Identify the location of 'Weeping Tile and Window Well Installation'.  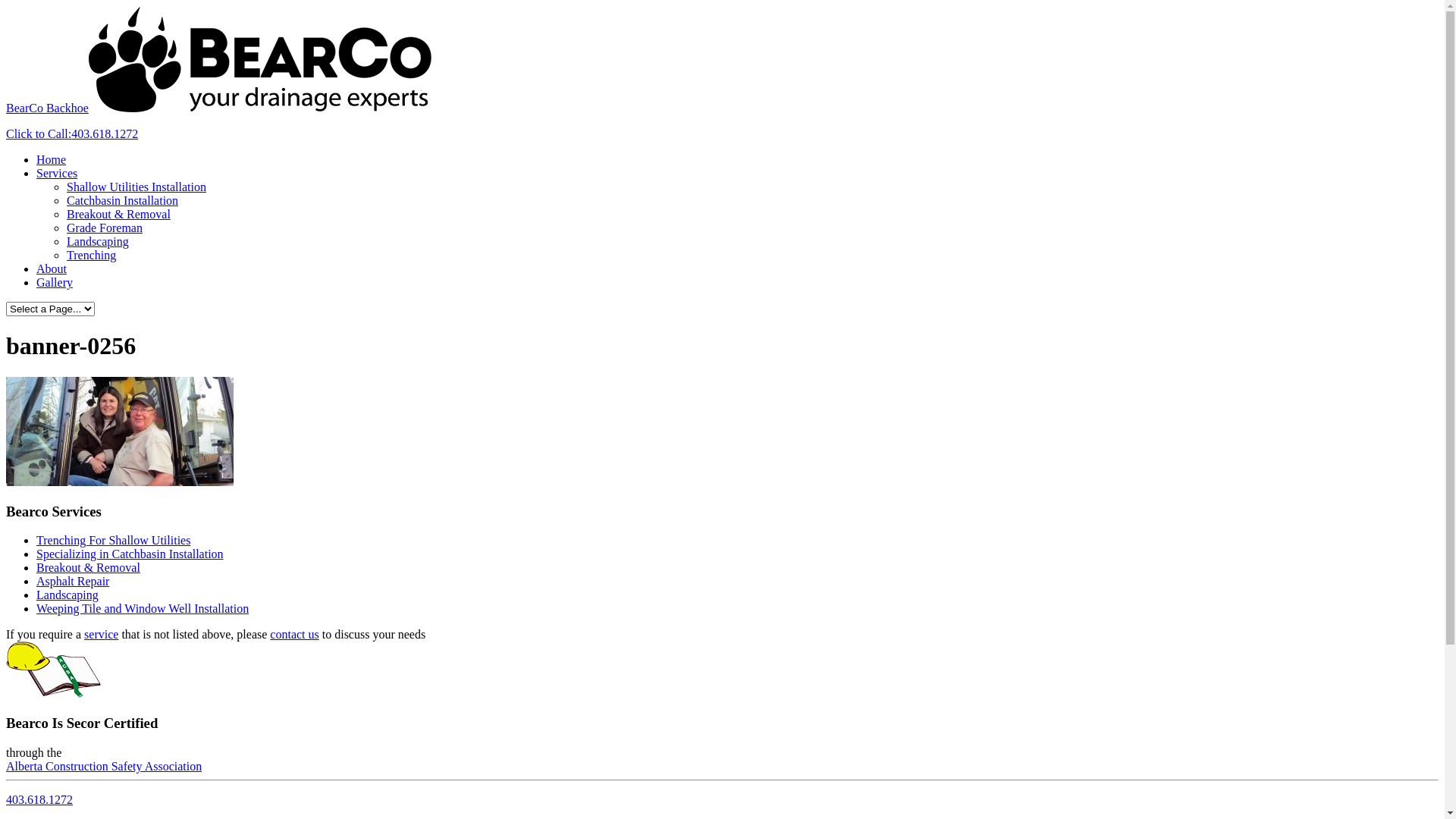
(36, 607).